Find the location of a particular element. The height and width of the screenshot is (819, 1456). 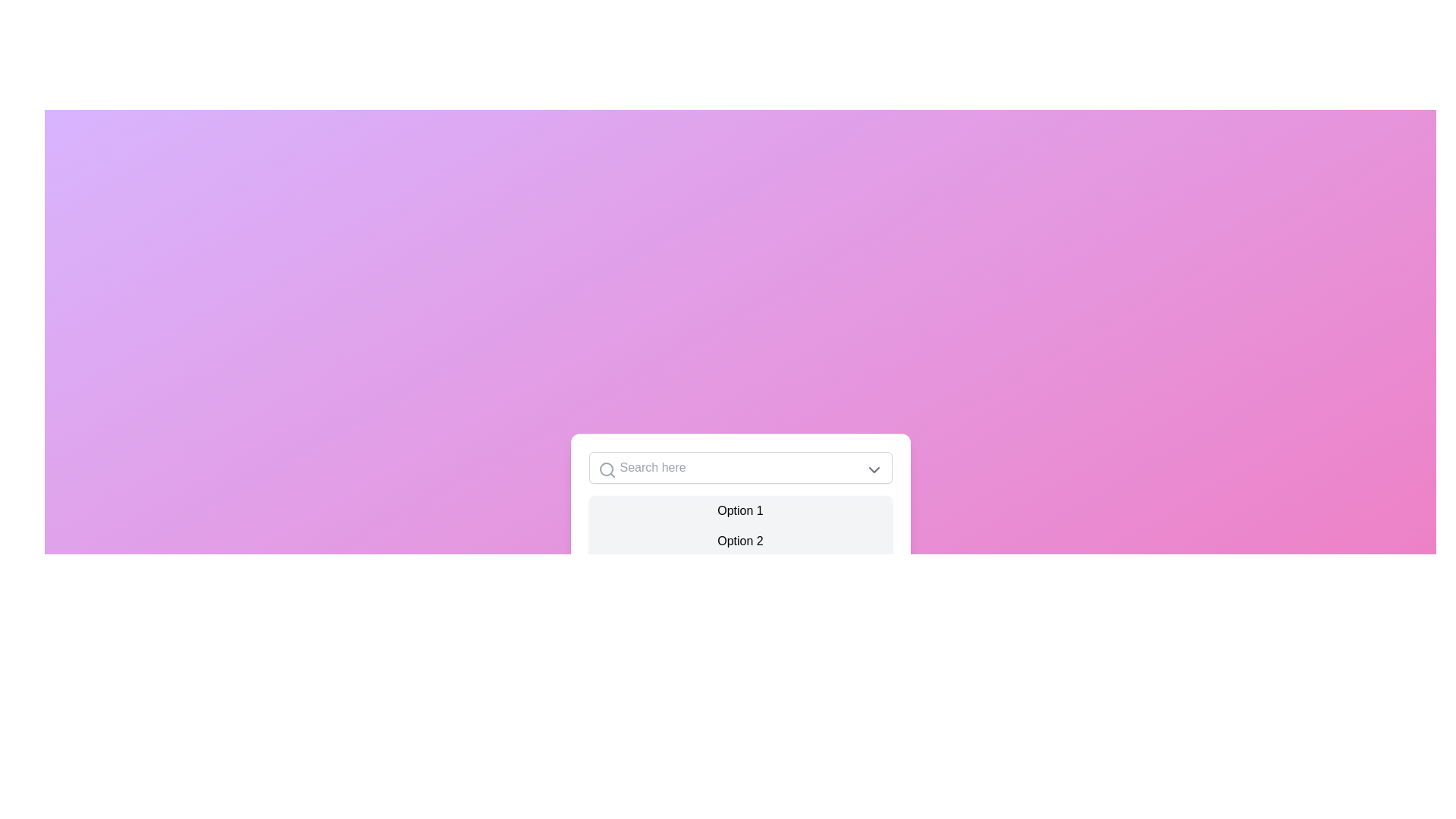

the second selectable option is located at coordinates (740, 540).